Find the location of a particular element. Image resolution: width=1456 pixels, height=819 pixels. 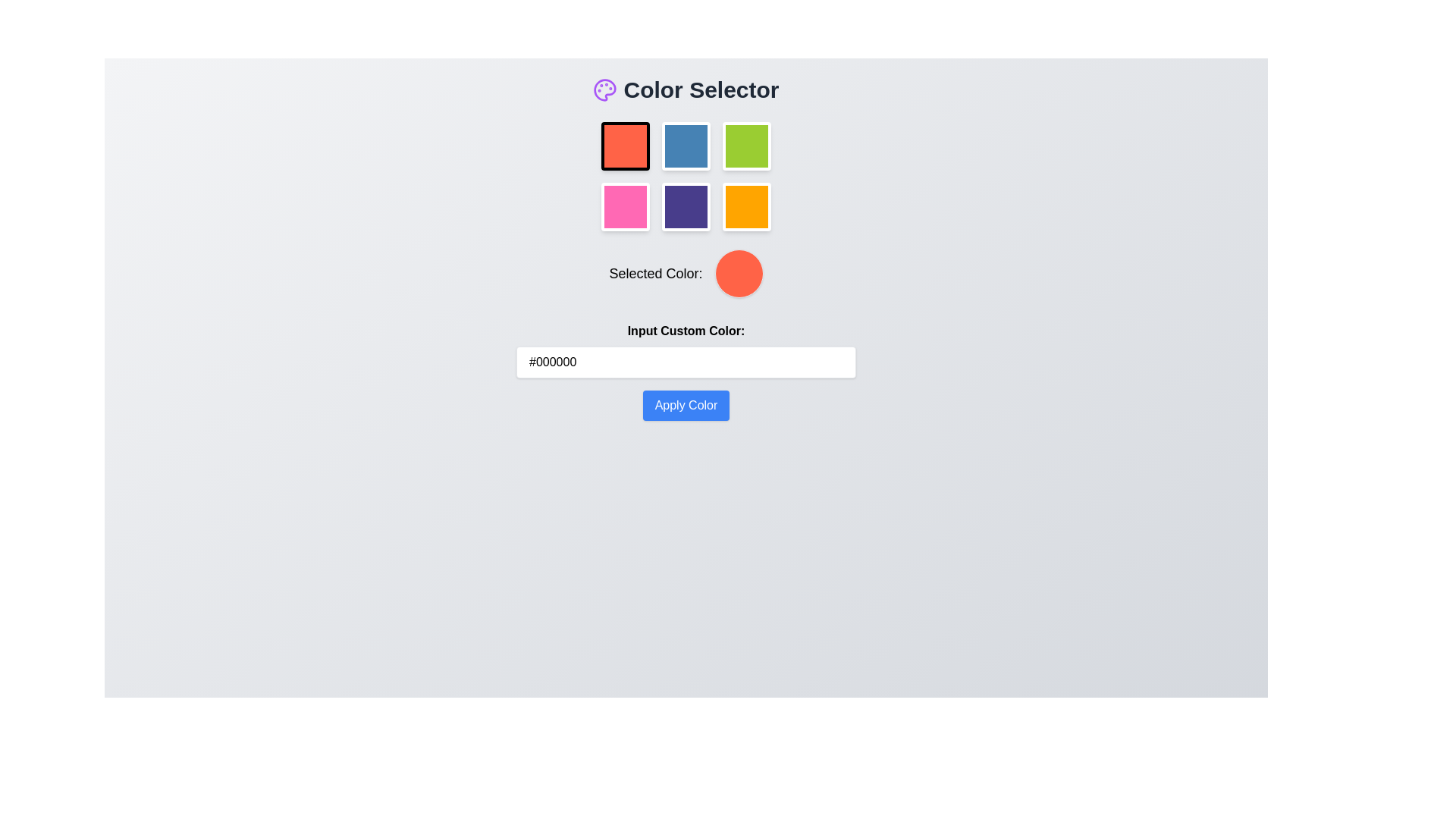

the interactive color selection block located in the bottom-right position of the 3x2 grid layout is located at coordinates (746, 207).